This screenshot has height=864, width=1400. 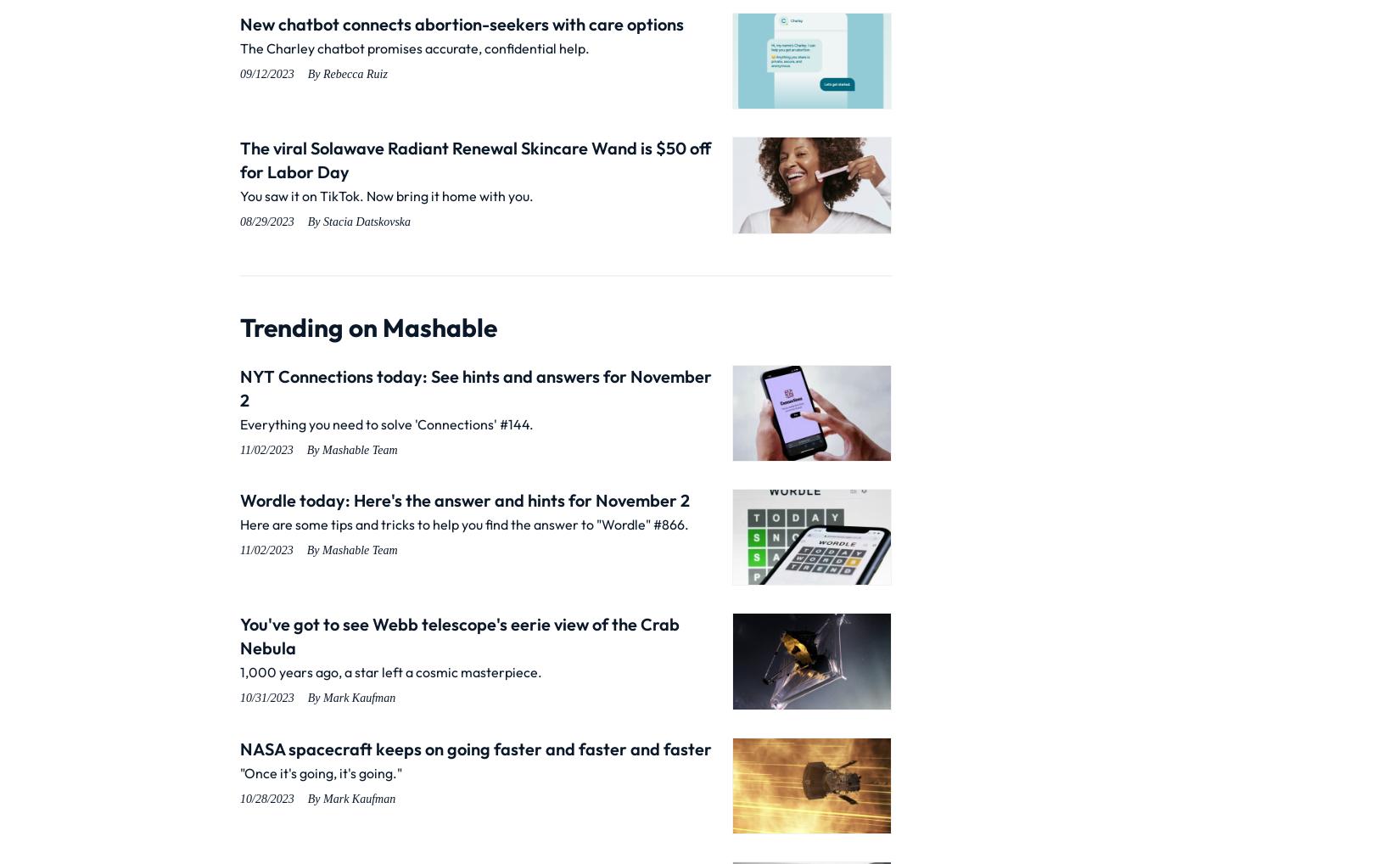 What do you see at coordinates (266, 697) in the screenshot?
I see `'10/31/2023'` at bounding box center [266, 697].